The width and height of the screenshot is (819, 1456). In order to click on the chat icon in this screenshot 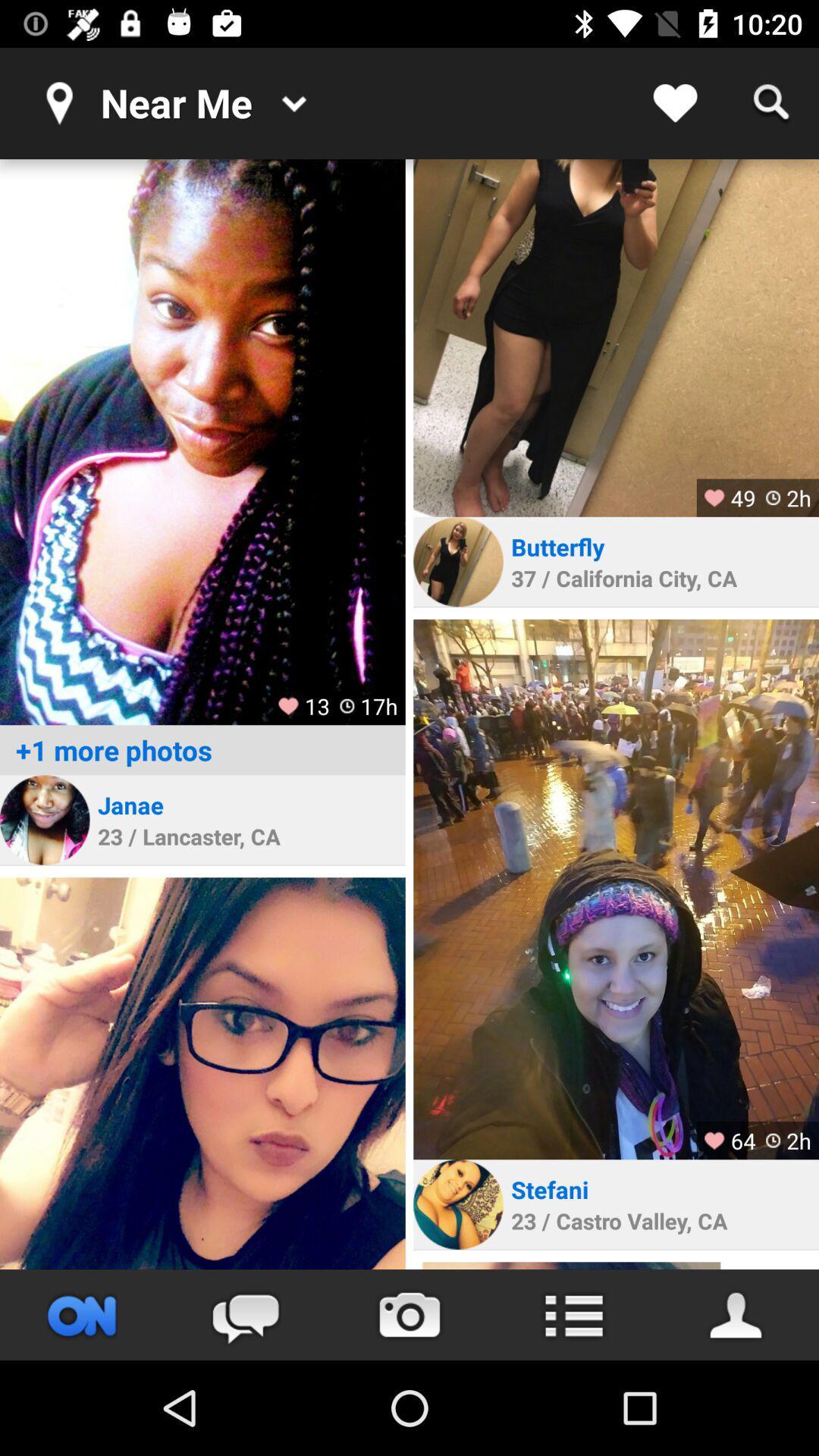, I will do `click(245, 1314)`.